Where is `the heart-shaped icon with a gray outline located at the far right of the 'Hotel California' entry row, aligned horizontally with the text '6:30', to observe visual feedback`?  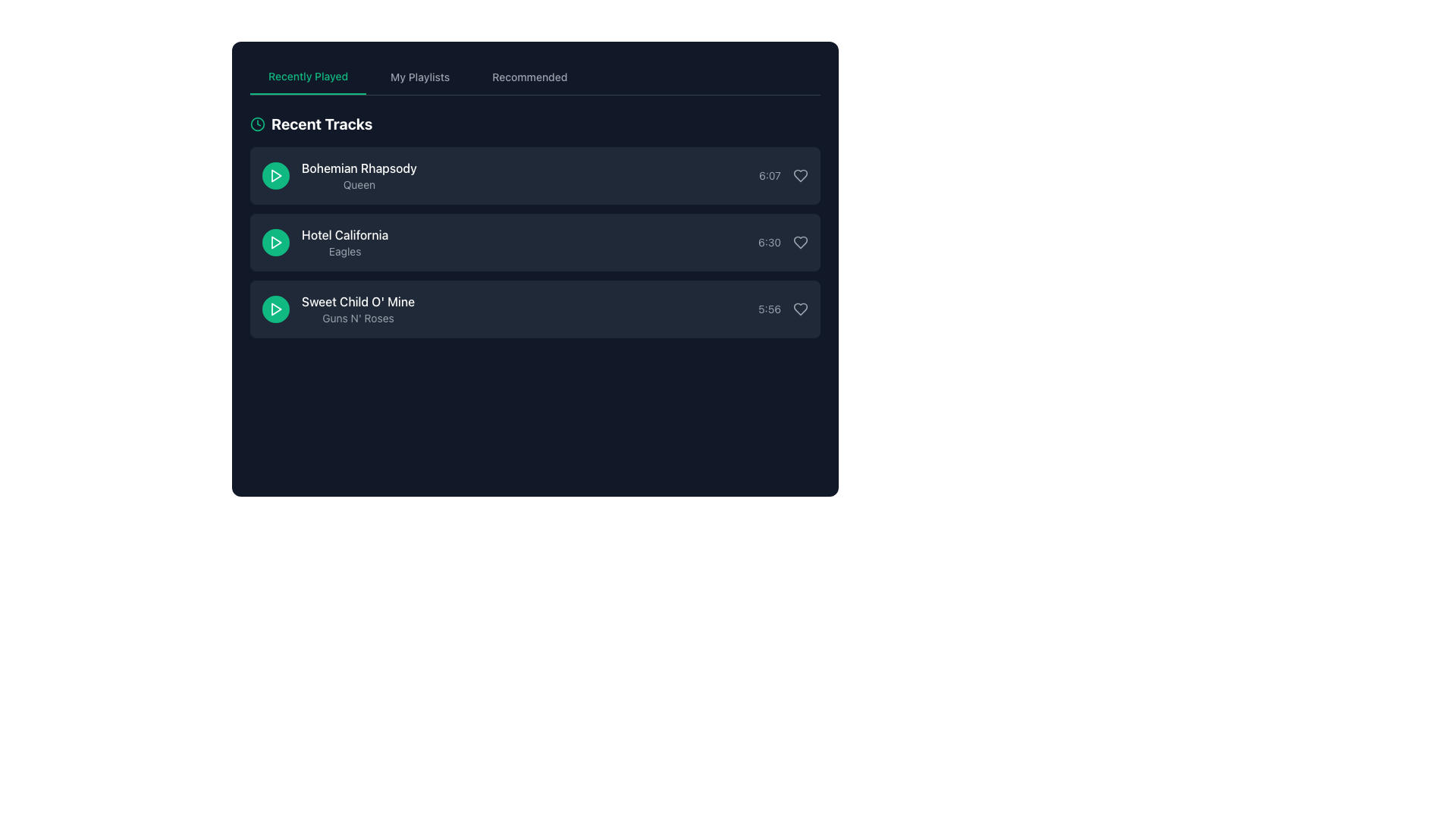
the heart-shaped icon with a gray outline located at the far right of the 'Hotel California' entry row, aligned horizontally with the text '6:30', to observe visual feedback is located at coordinates (800, 242).